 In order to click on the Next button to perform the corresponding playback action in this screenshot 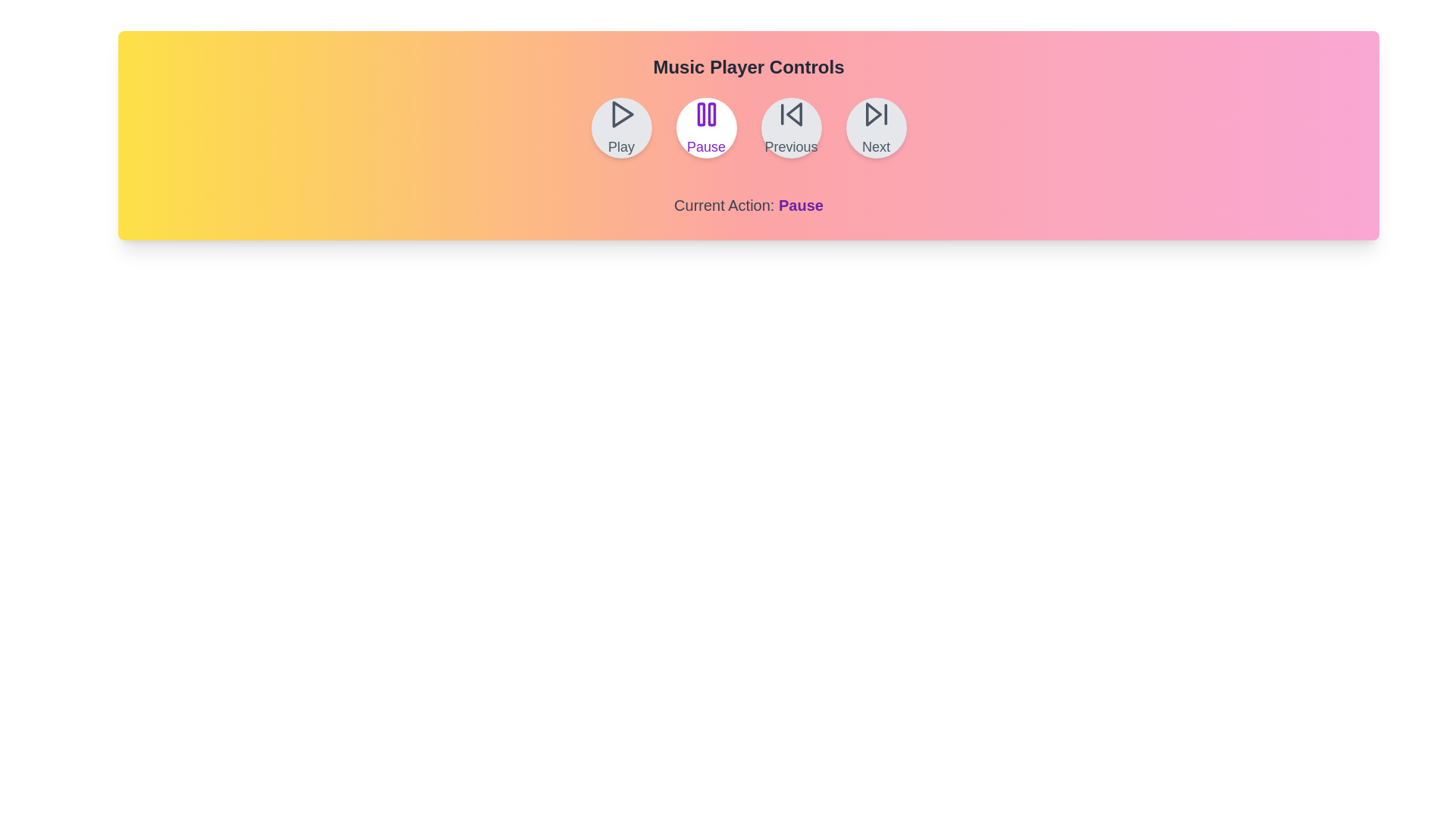, I will do `click(876, 127)`.